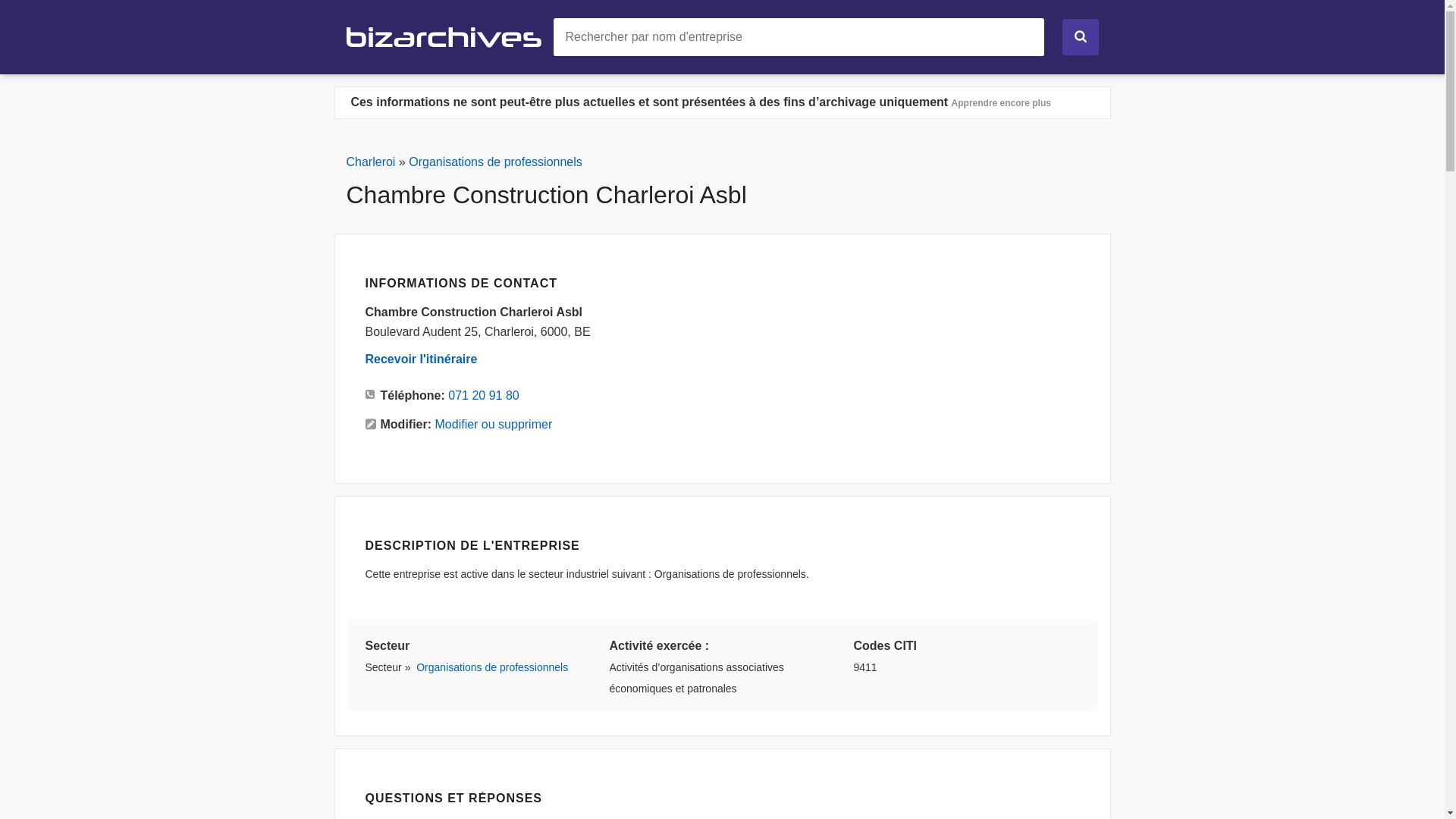  Describe the element at coordinates (345, 35) in the screenshot. I see `'Page d'` at that location.